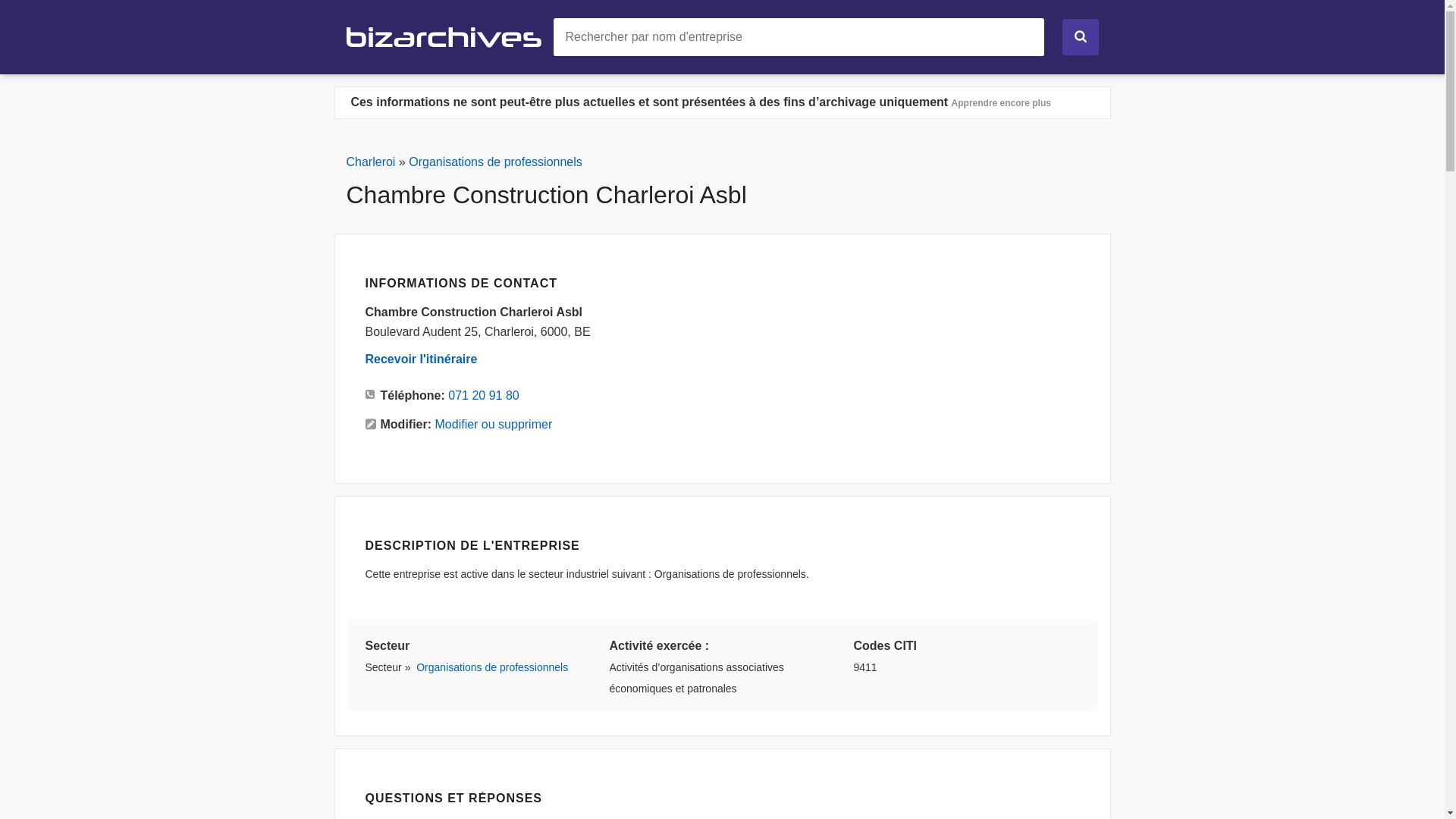  Describe the element at coordinates (345, 35) in the screenshot. I see `'Page d'` at that location.